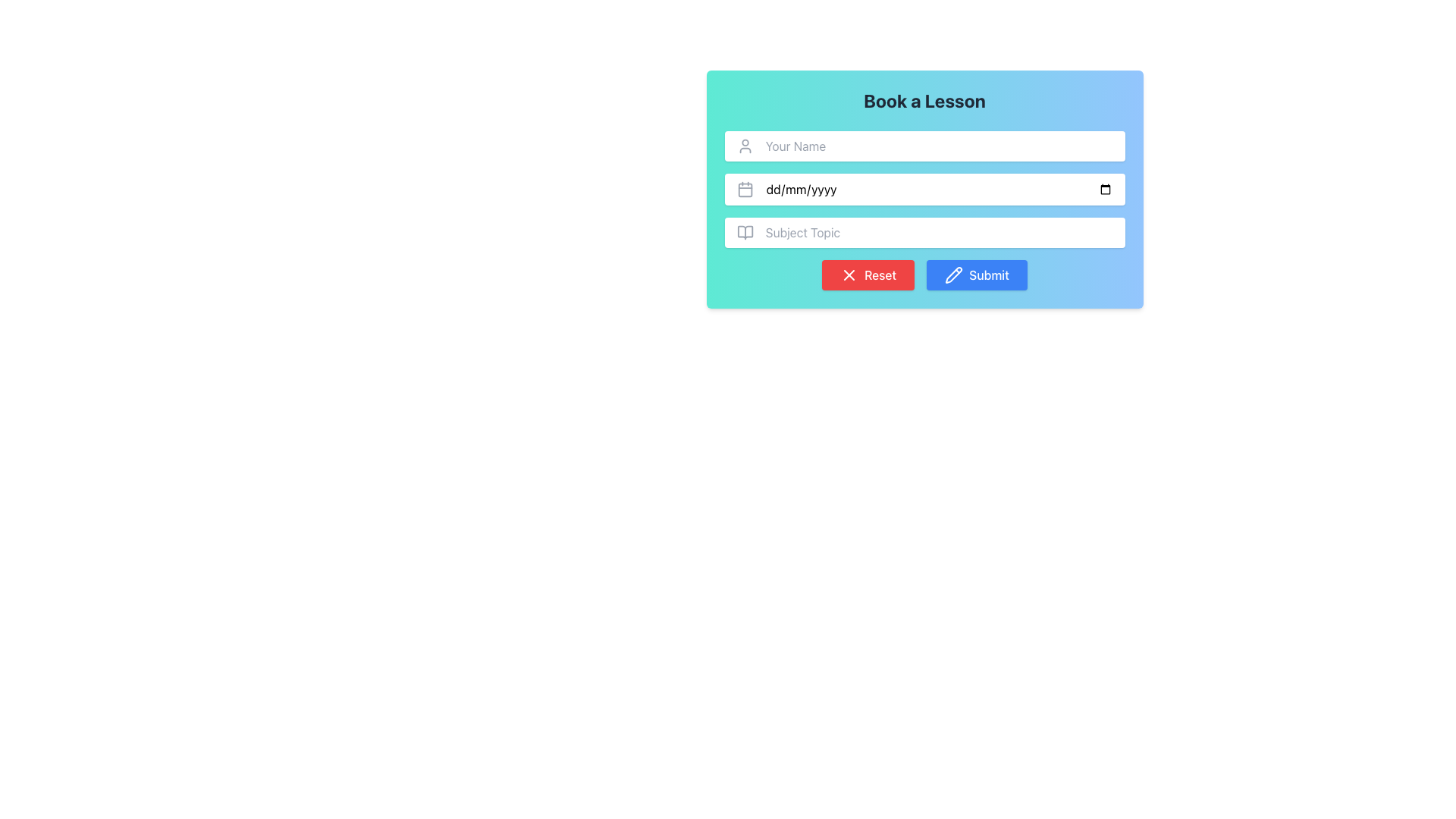  Describe the element at coordinates (745, 189) in the screenshot. I see `the calendar icon indicating the date field for the 'Book a Lesson' form, which is positioned to the left of the 'dd/mm/yyyy' input field` at that location.